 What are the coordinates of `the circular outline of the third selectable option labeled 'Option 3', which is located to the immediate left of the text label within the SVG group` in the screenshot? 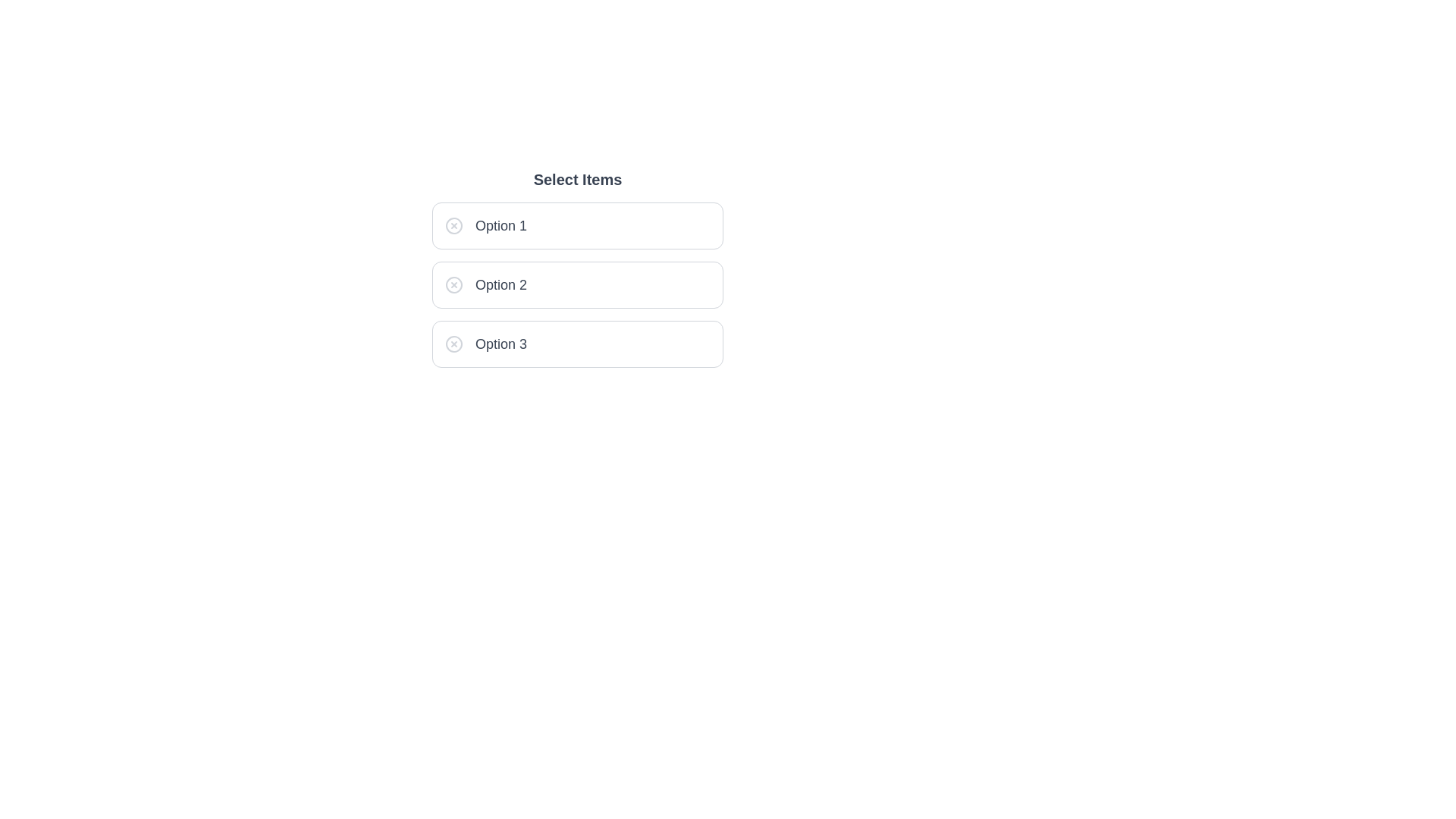 It's located at (453, 344).